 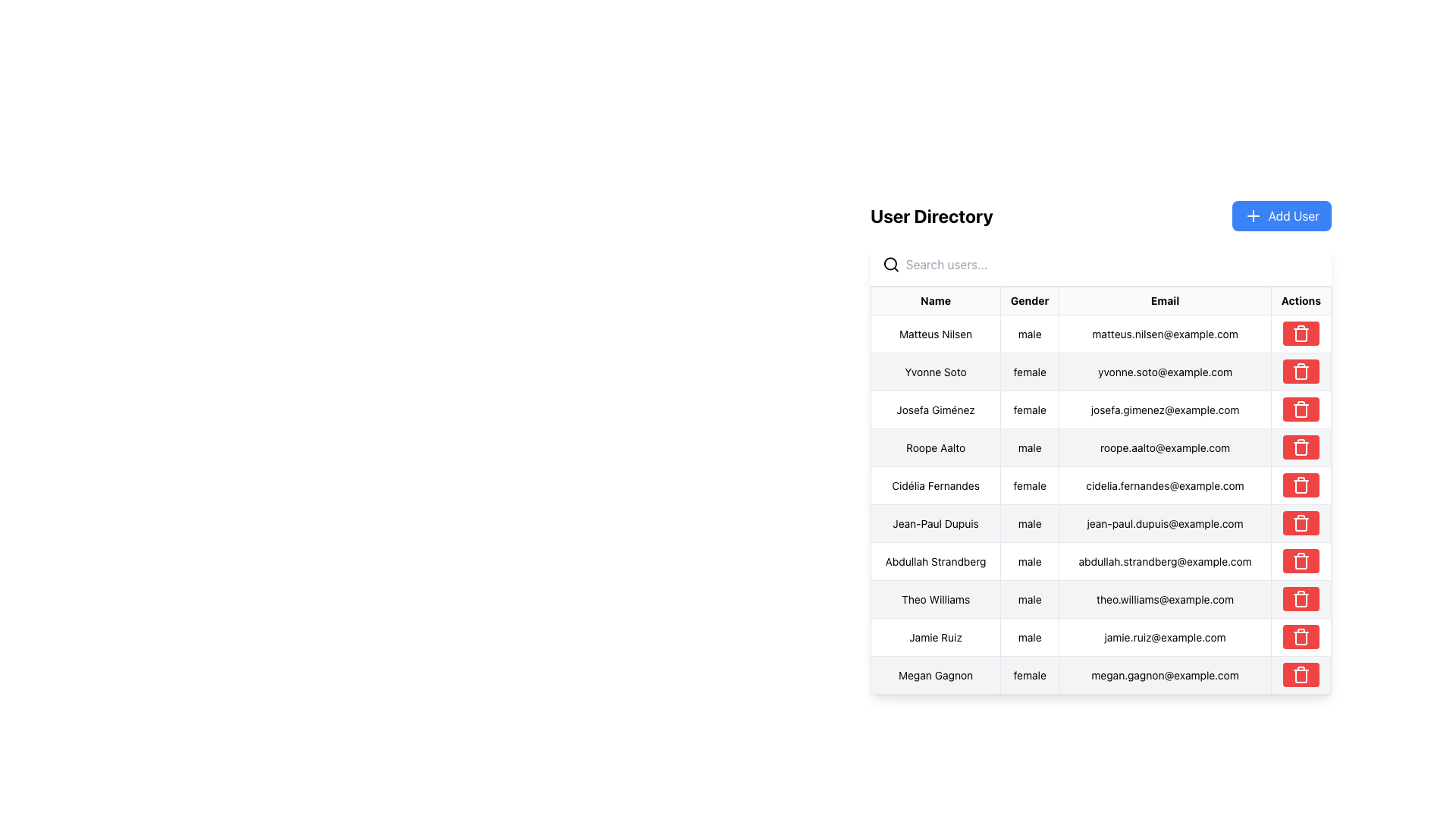 I want to click on the trash icon button with a red background located in the 'Actions' column of the table, so click(x=1300, y=637).